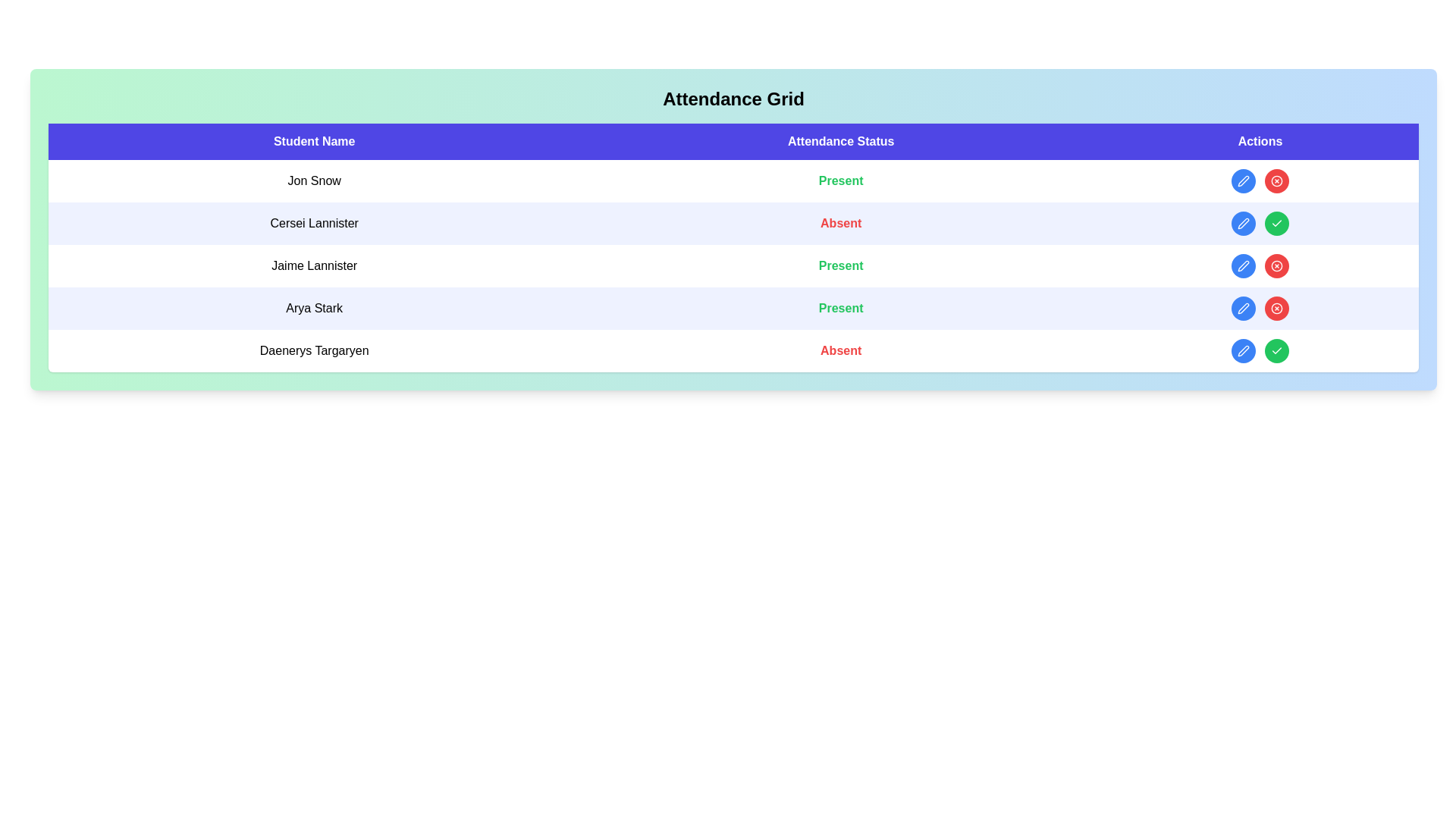 The image size is (1456, 819). I want to click on edit button for the student identified by Jon Snow, so click(1244, 180).